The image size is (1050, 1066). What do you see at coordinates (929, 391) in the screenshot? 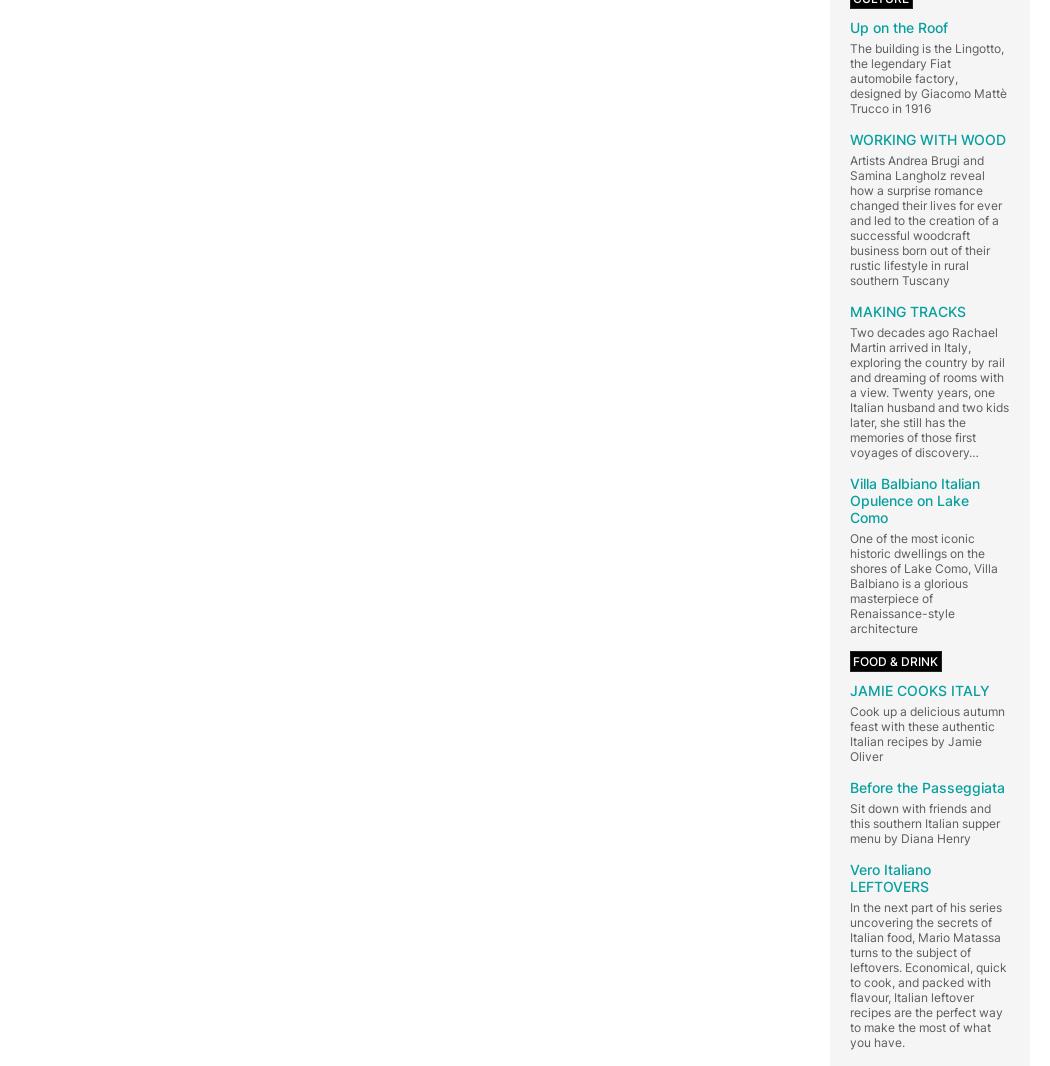
I see `'Two decades ago Rachael Martin arrived in Italy, exploring the country by rail and dreaming of rooms with a view. Twenty years, one Italian husband and two kids later, she still has the memories of those first voyages of discovery…'` at bounding box center [929, 391].